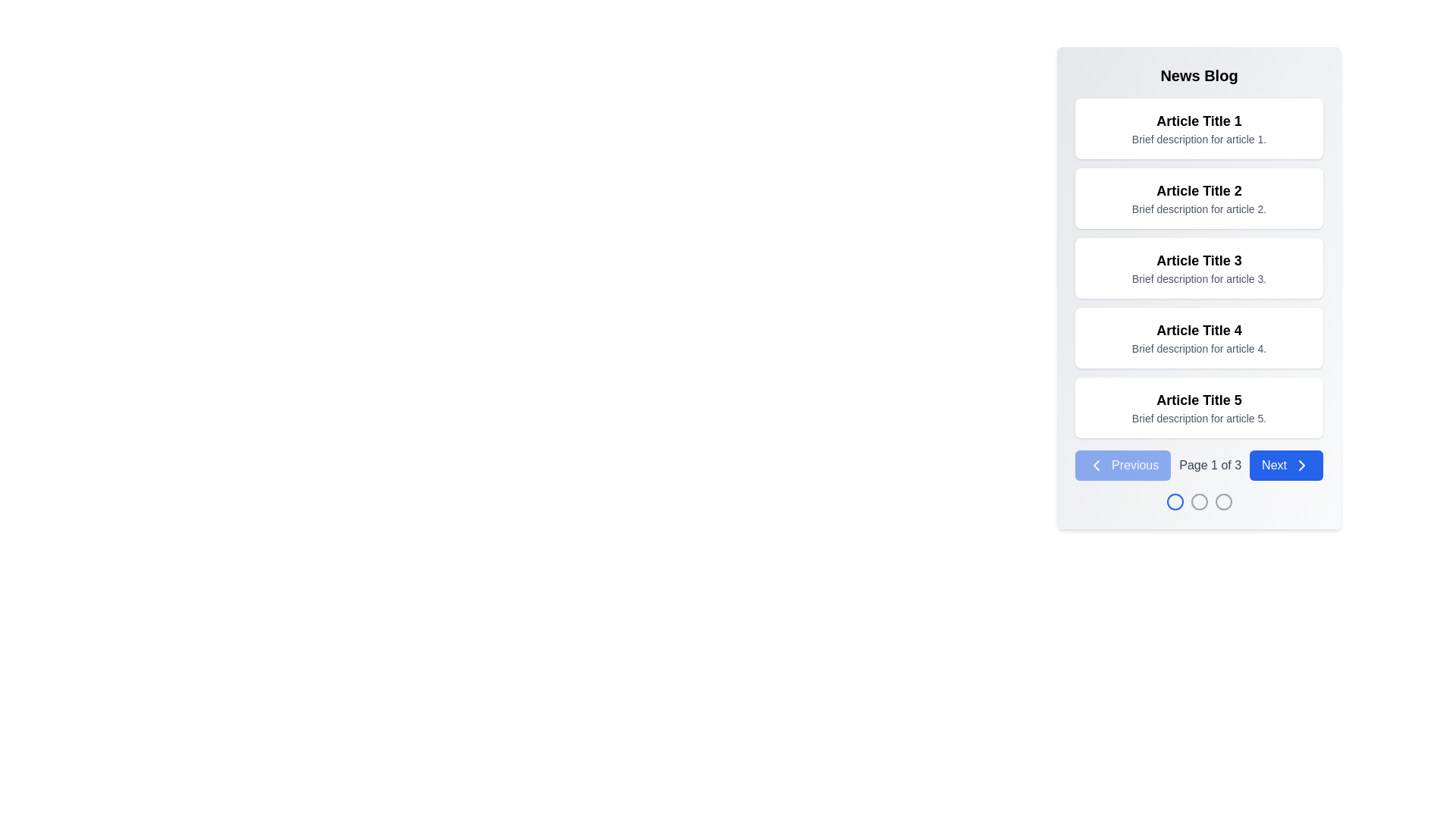  What do you see at coordinates (1301, 464) in the screenshot?
I see `the chevron icon within the 'Next' button` at bounding box center [1301, 464].